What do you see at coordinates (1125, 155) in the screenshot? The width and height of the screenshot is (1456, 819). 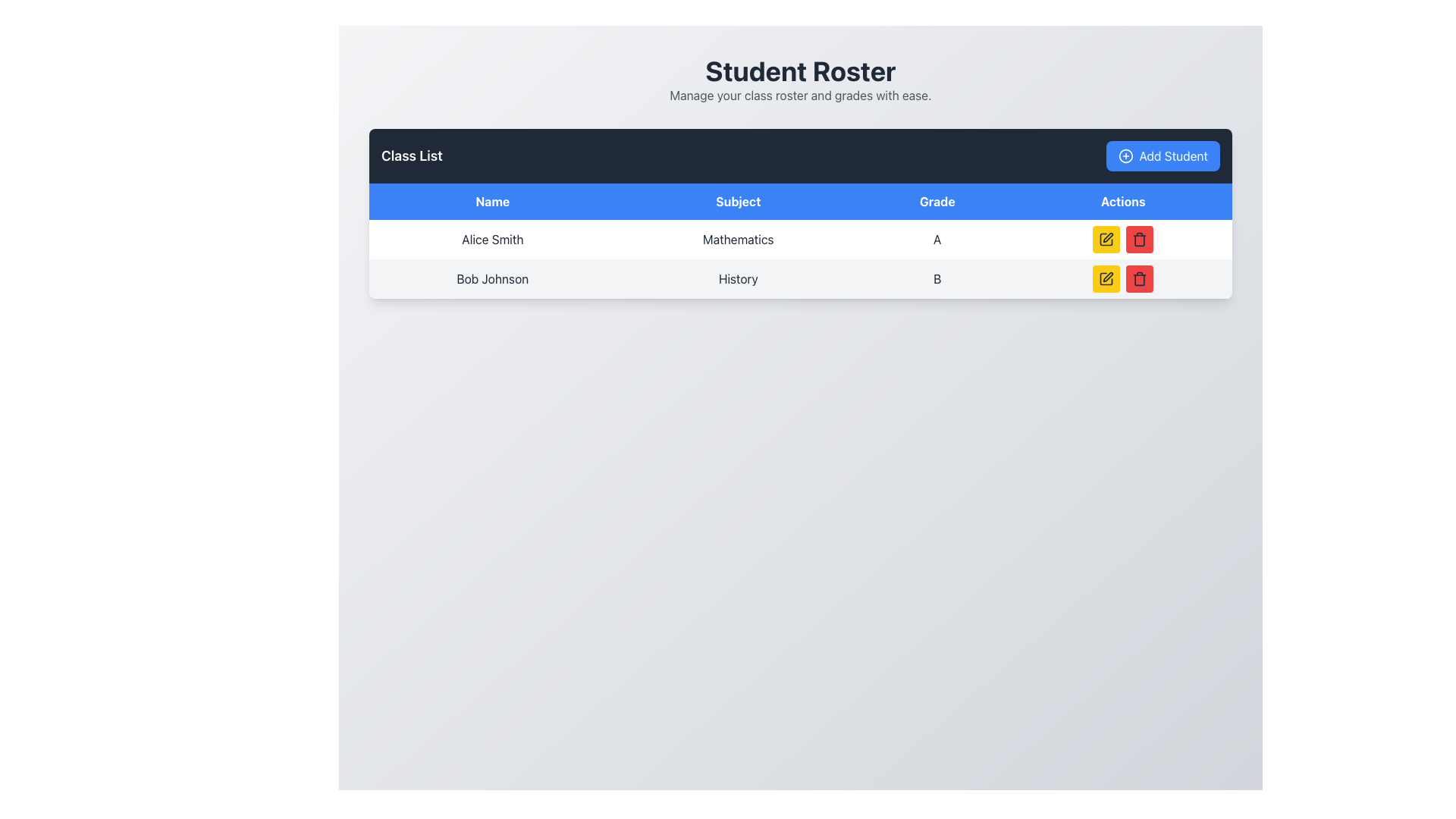 I see `the addition icon located inside the 'Add Student' button in the top-right corner of the interface` at bounding box center [1125, 155].